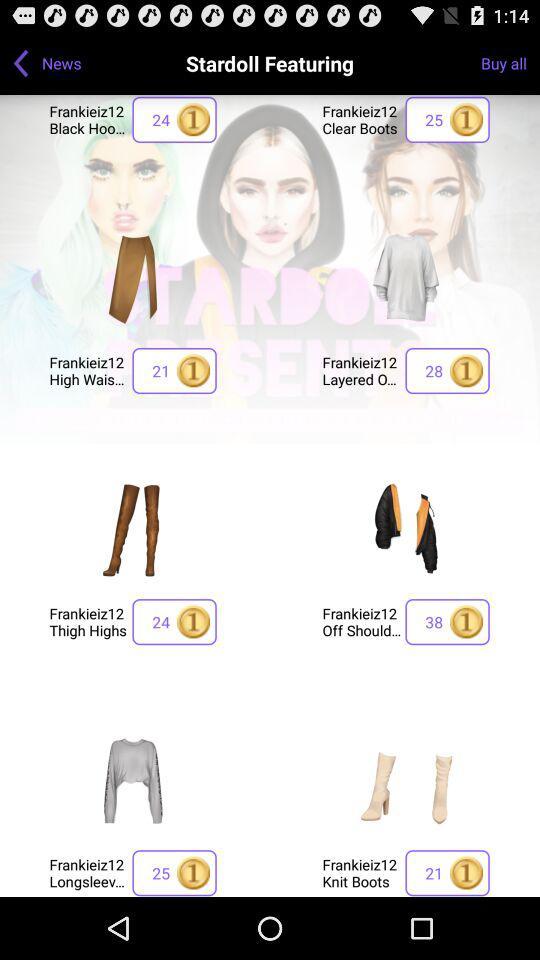 This screenshot has width=540, height=960. Describe the element at coordinates (87, 119) in the screenshot. I see `the app below the news` at that location.